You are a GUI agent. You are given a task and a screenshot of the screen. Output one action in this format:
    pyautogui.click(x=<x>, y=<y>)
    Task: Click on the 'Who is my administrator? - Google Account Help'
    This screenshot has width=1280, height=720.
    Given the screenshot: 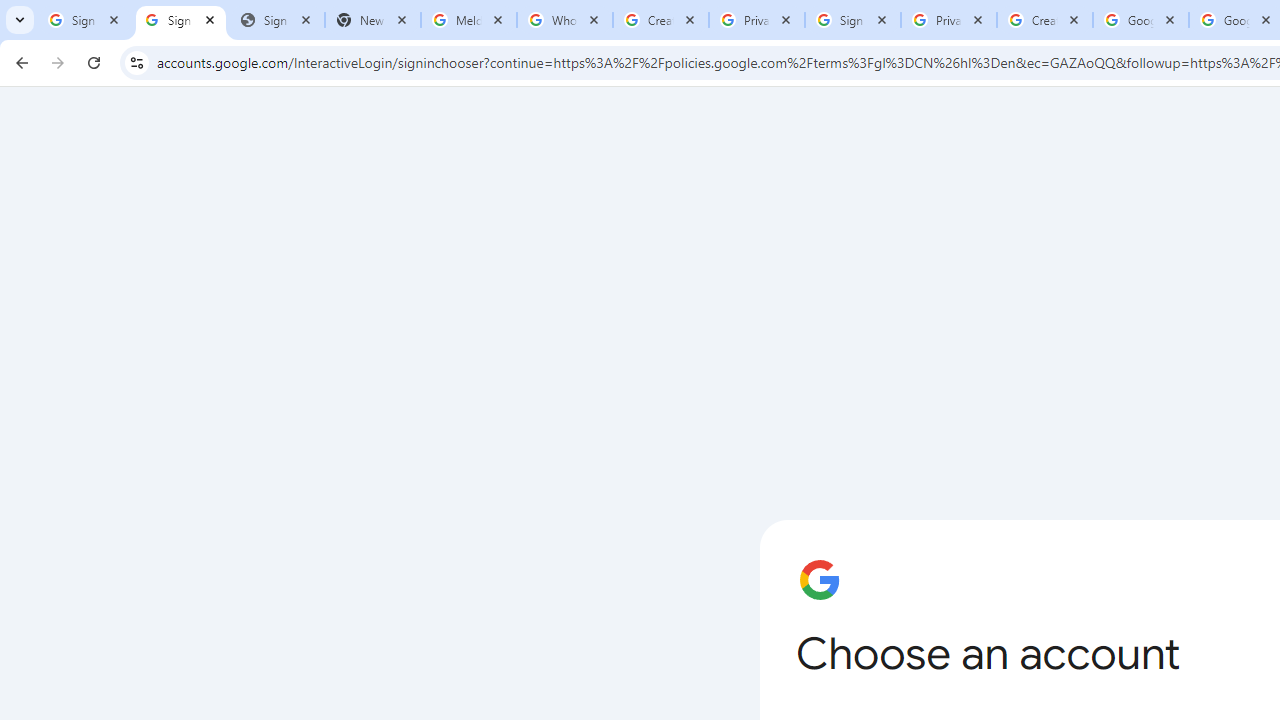 What is the action you would take?
    pyautogui.click(x=564, y=20)
    